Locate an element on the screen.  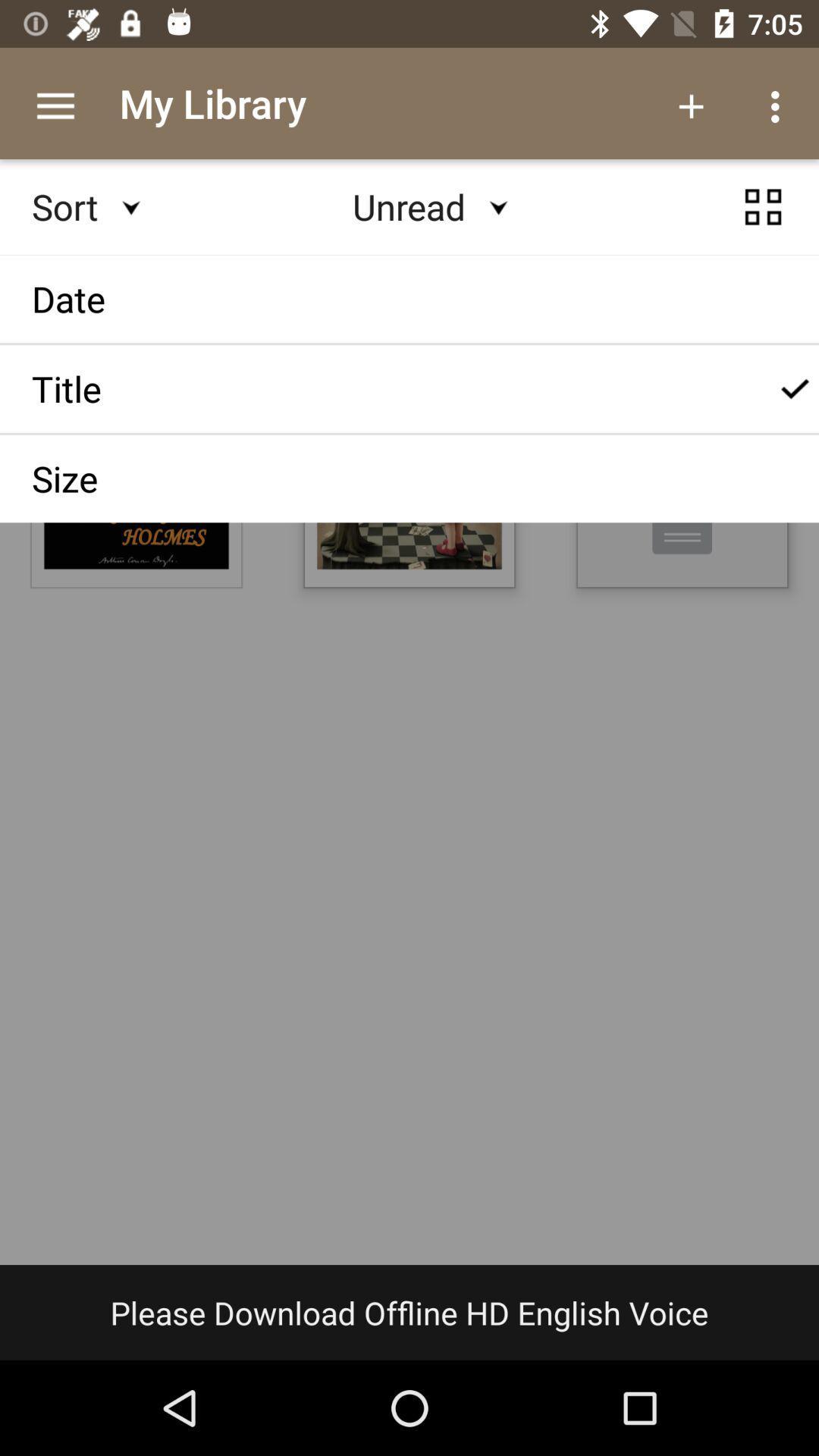
the dashboard icon is located at coordinates (763, 221).